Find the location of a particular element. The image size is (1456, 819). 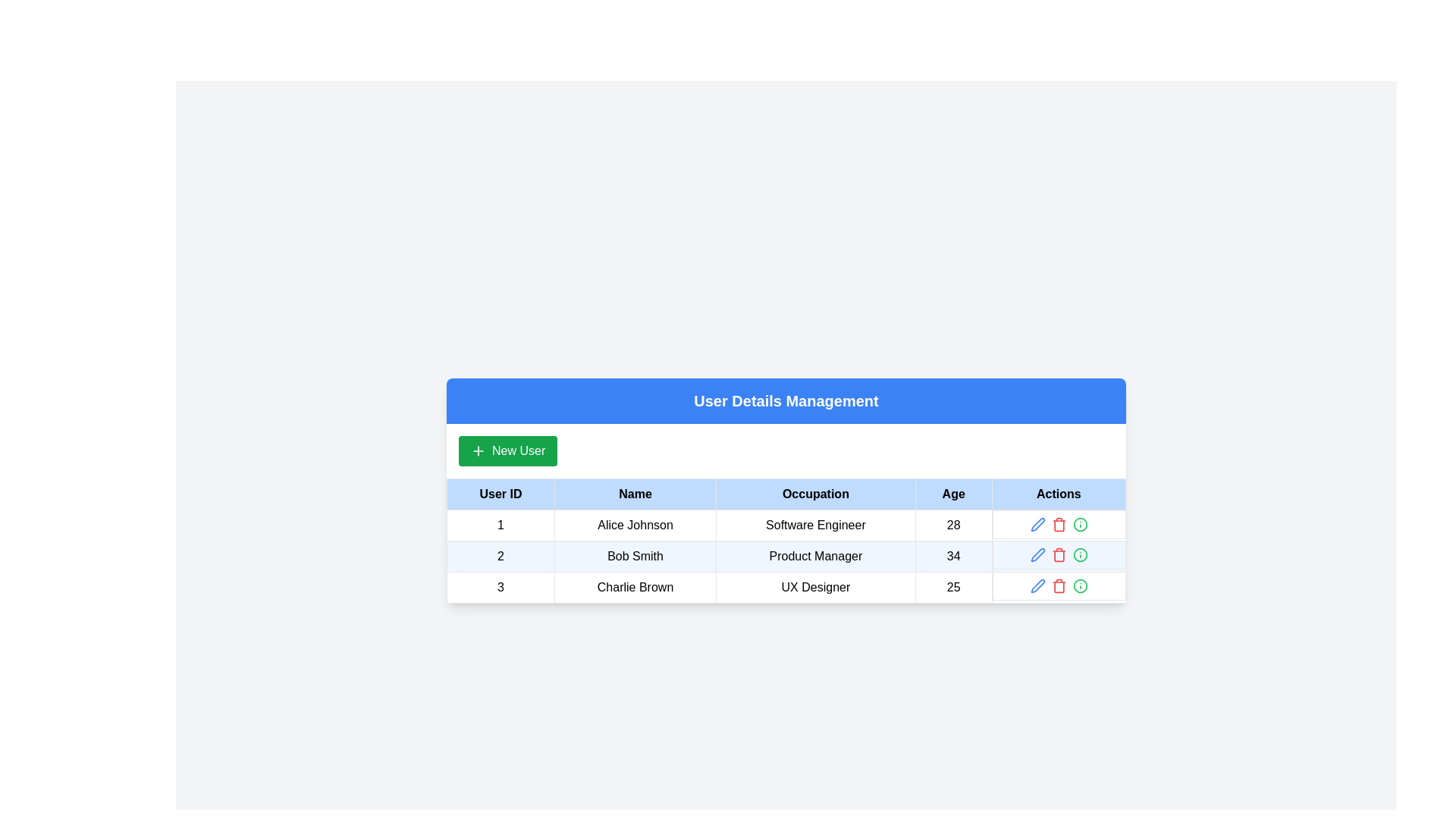

the edit icon button in the Actions column of the second row, which is horizontally aligned with the 'Bob Smith' entry, to initiate edit mode for the row is located at coordinates (1037, 555).